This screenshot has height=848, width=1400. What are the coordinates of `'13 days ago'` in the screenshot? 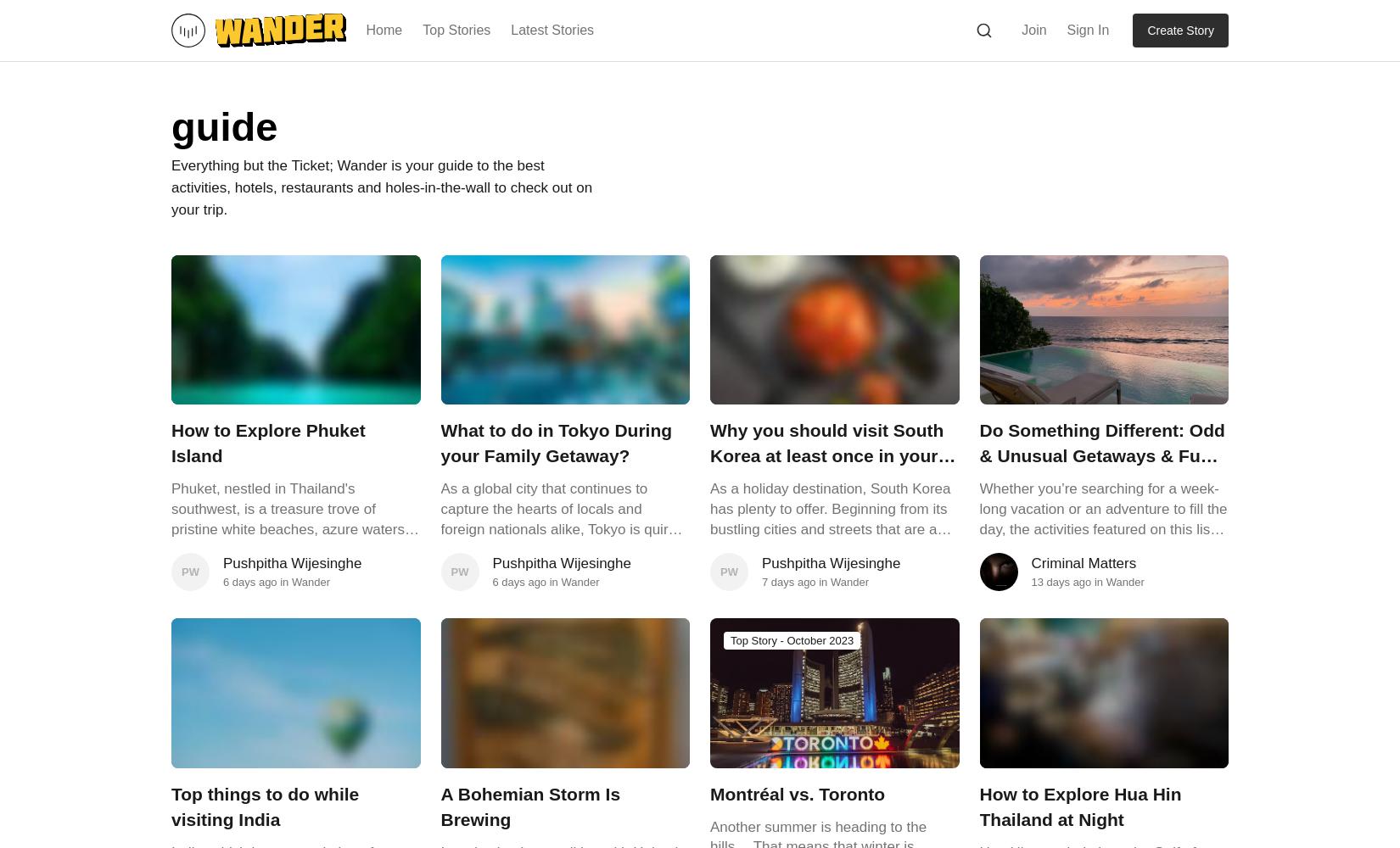 It's located at (1060, 582).